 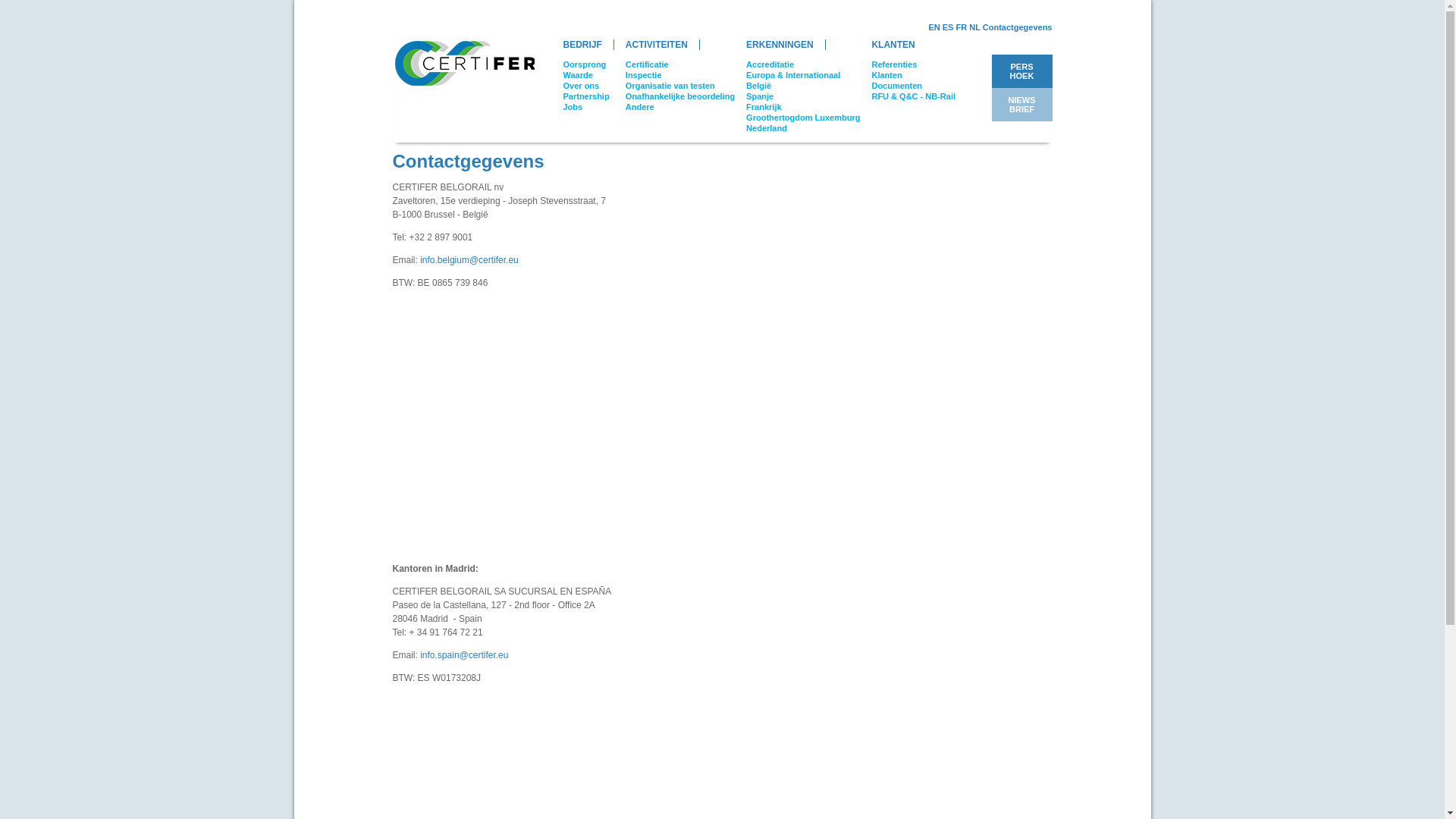 I want to click on 'Inspectie', so click(x=626, y=75).